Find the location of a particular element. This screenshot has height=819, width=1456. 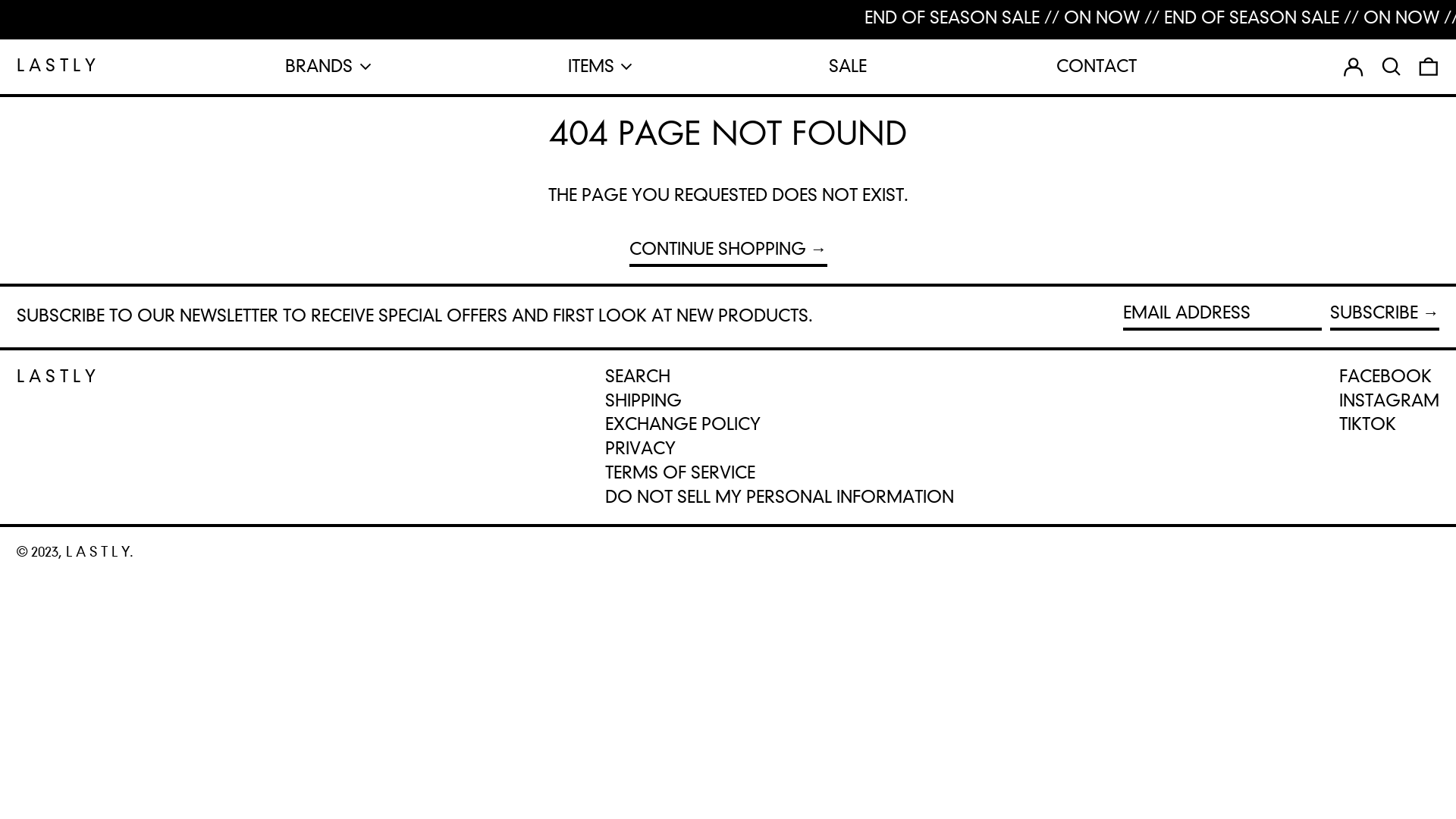

'SEARCH' is located at coordinates (637, 375).